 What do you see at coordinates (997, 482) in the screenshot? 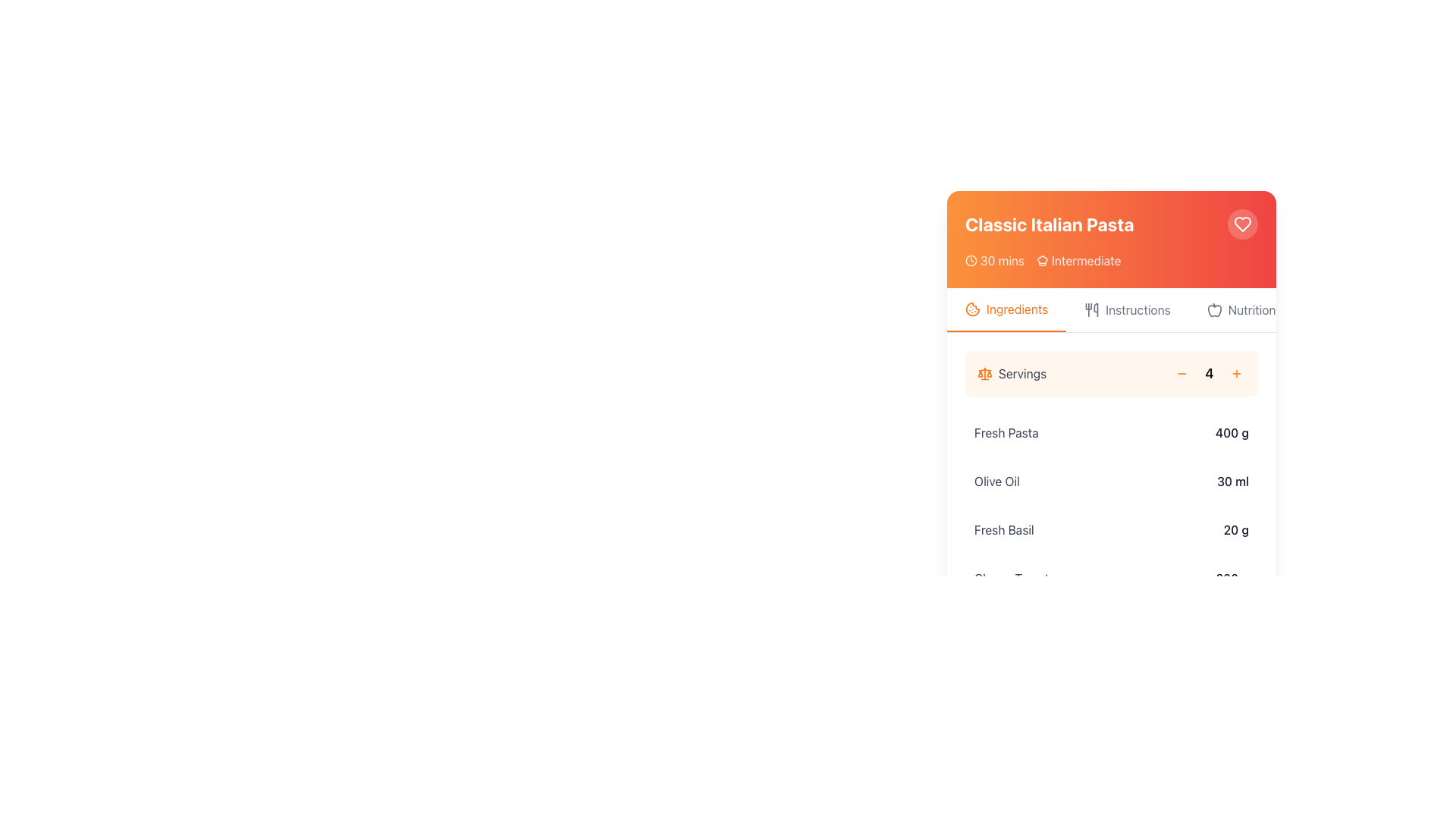
I see `the Label element displaying 'Olive Oil', which is in a vertical list of ingredients and positioned to the left of '30 ml'` at bounding box center [997, 482].